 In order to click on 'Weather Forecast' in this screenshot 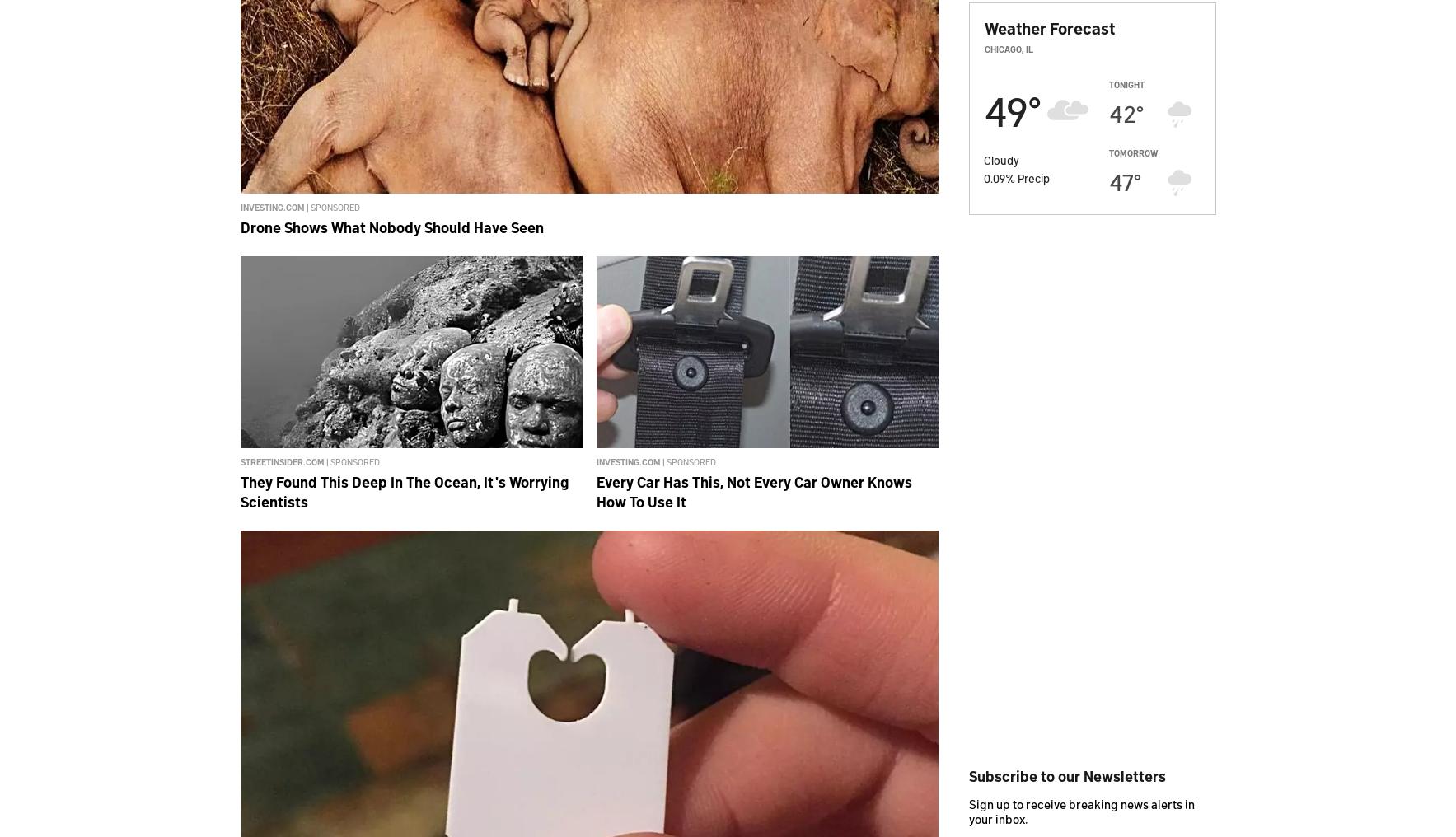, I will do `click(1047, 27)`.